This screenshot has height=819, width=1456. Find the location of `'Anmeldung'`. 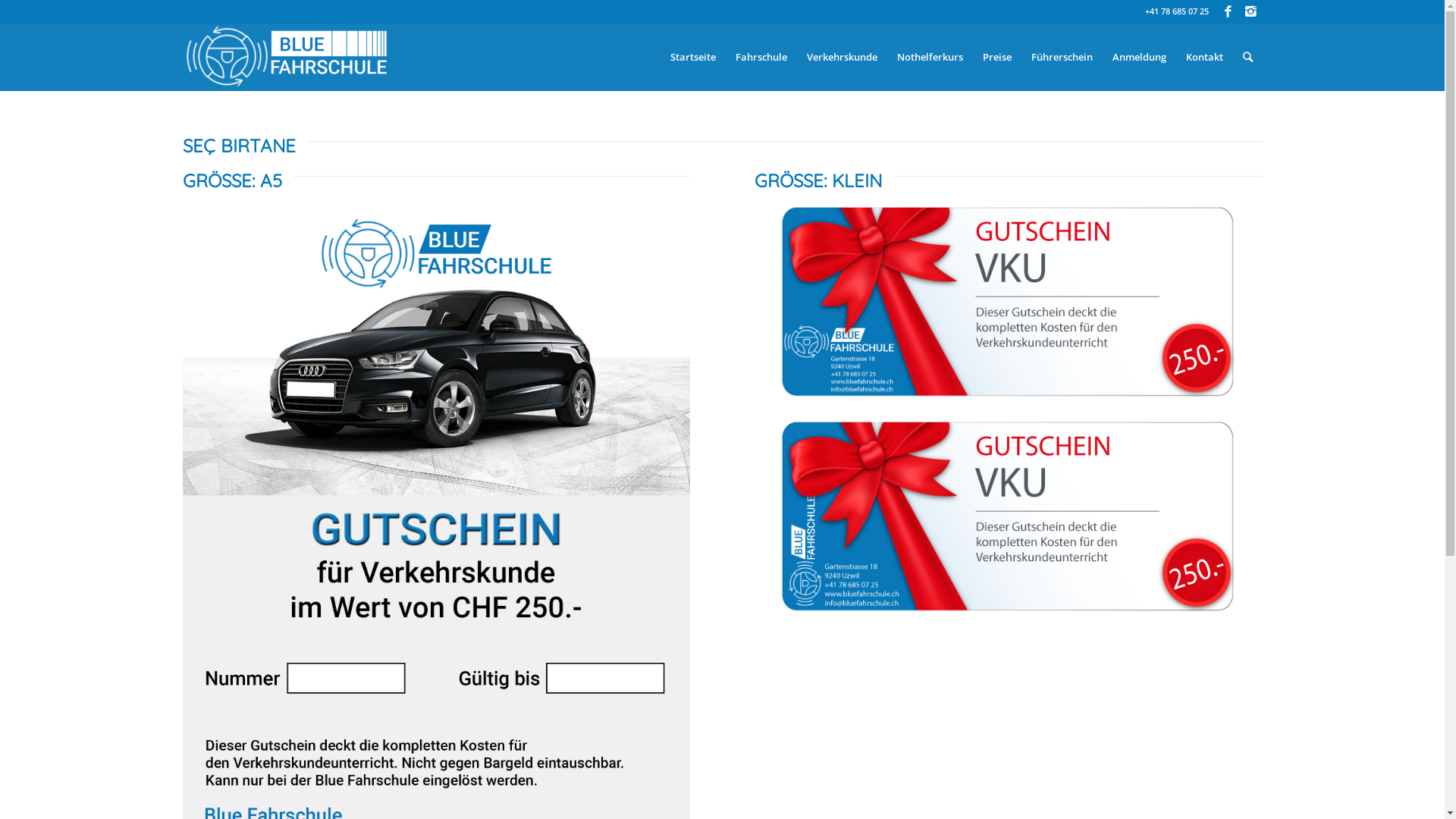

'Anmeldung' is located at coordinates (1139, 55).